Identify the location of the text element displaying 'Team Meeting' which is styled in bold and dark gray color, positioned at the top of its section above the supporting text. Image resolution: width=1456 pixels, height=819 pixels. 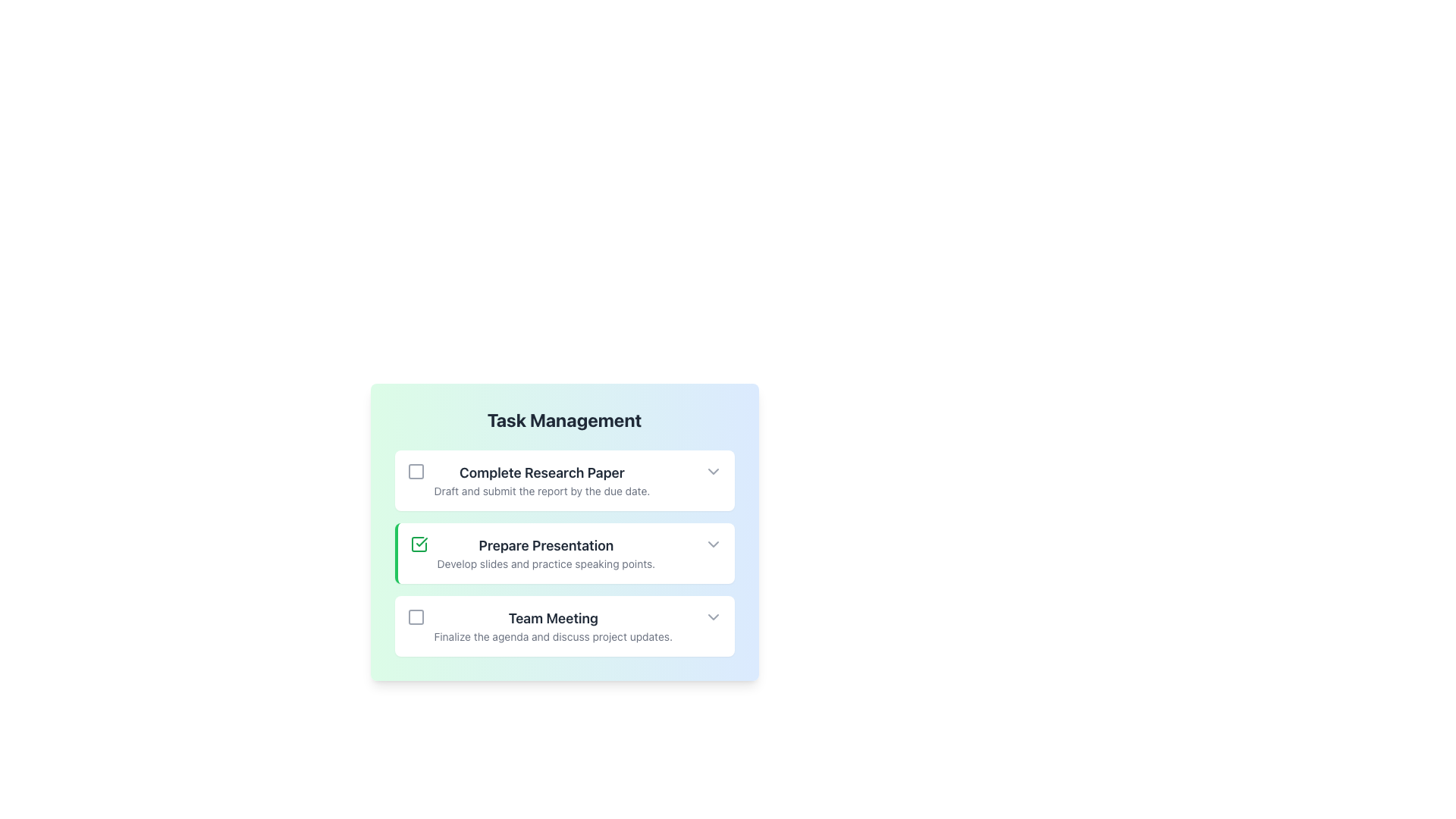
(552, 619).